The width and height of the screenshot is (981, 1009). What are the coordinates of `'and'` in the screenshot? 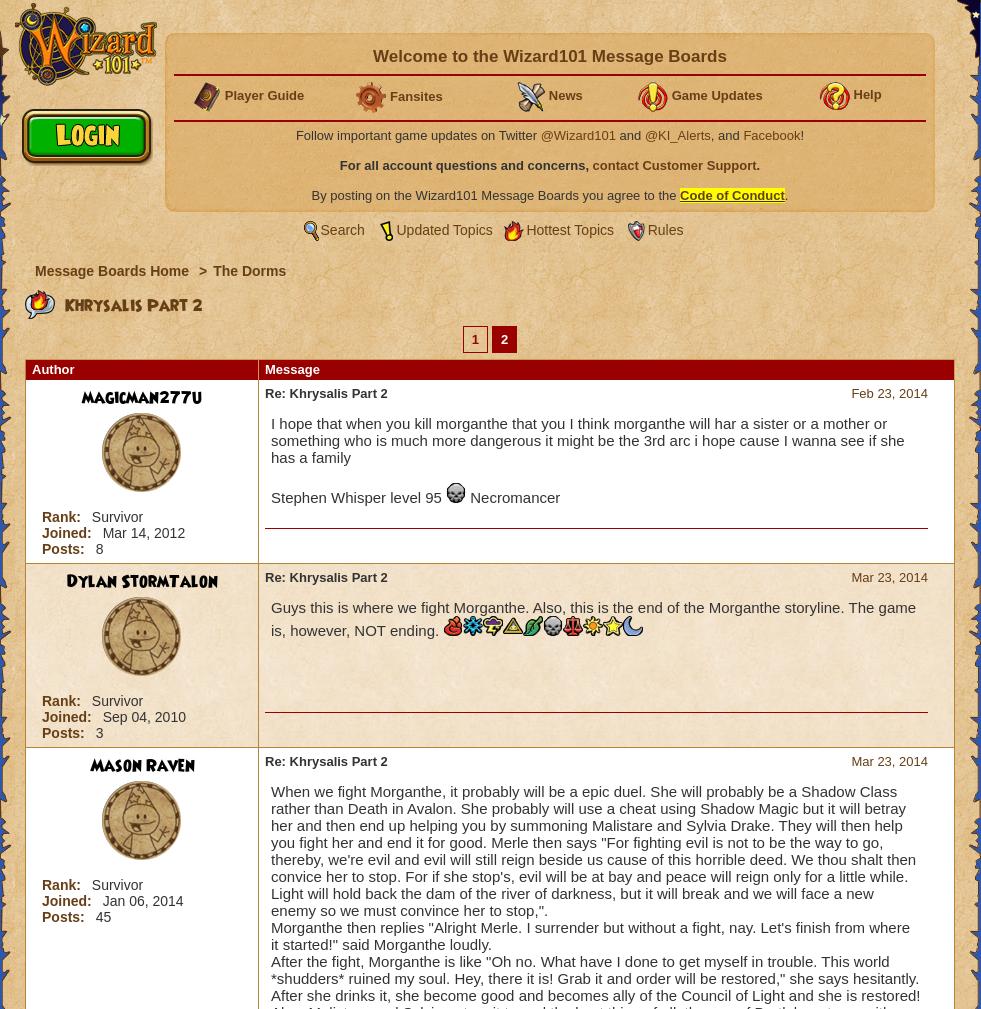 It's located at (629, 134).